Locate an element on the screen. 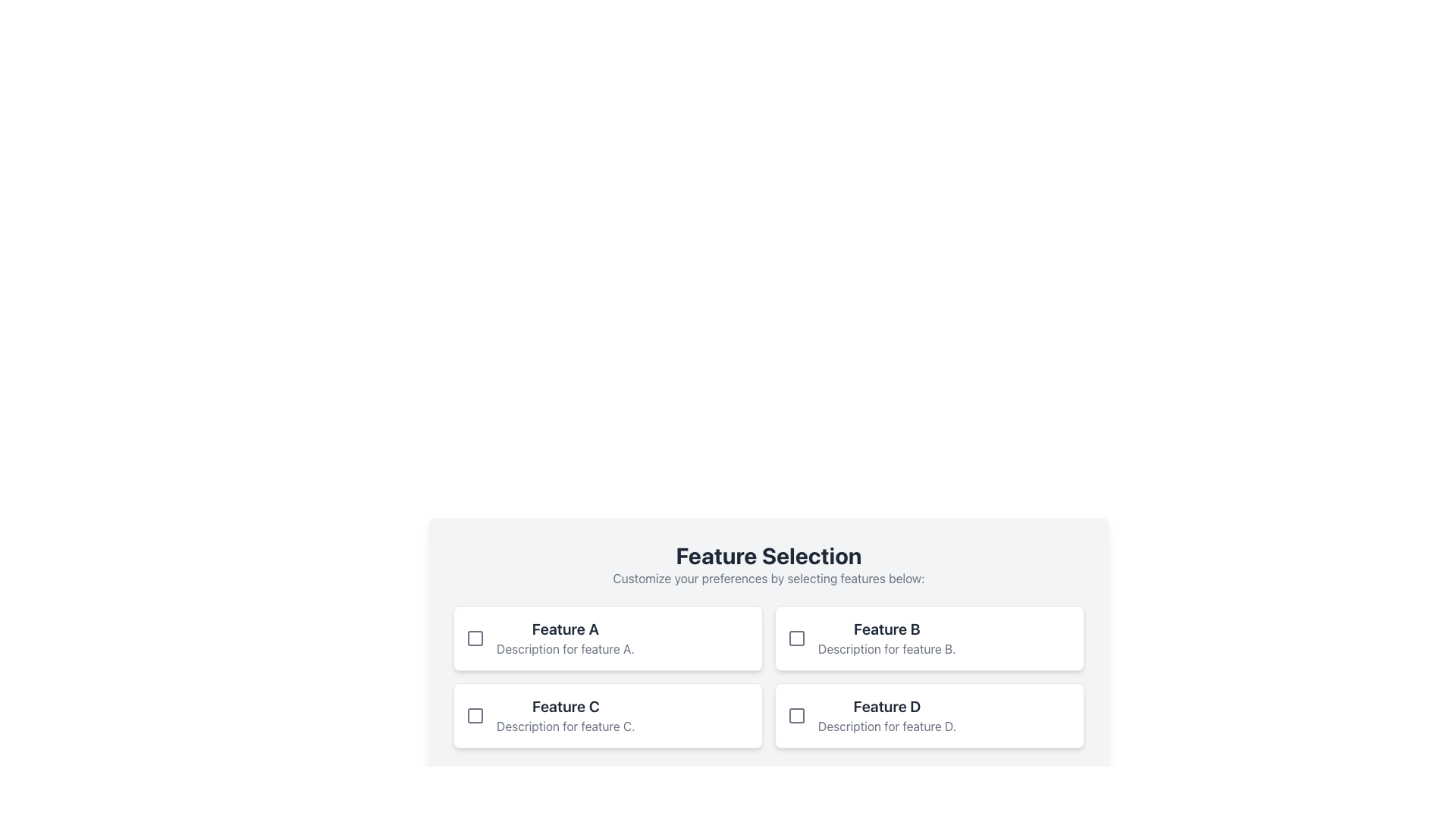  the Checkbox for 'Feature D' located in the bottom-right corner of the grid under 'Feature Selection' is located at coordinates (928, 716).